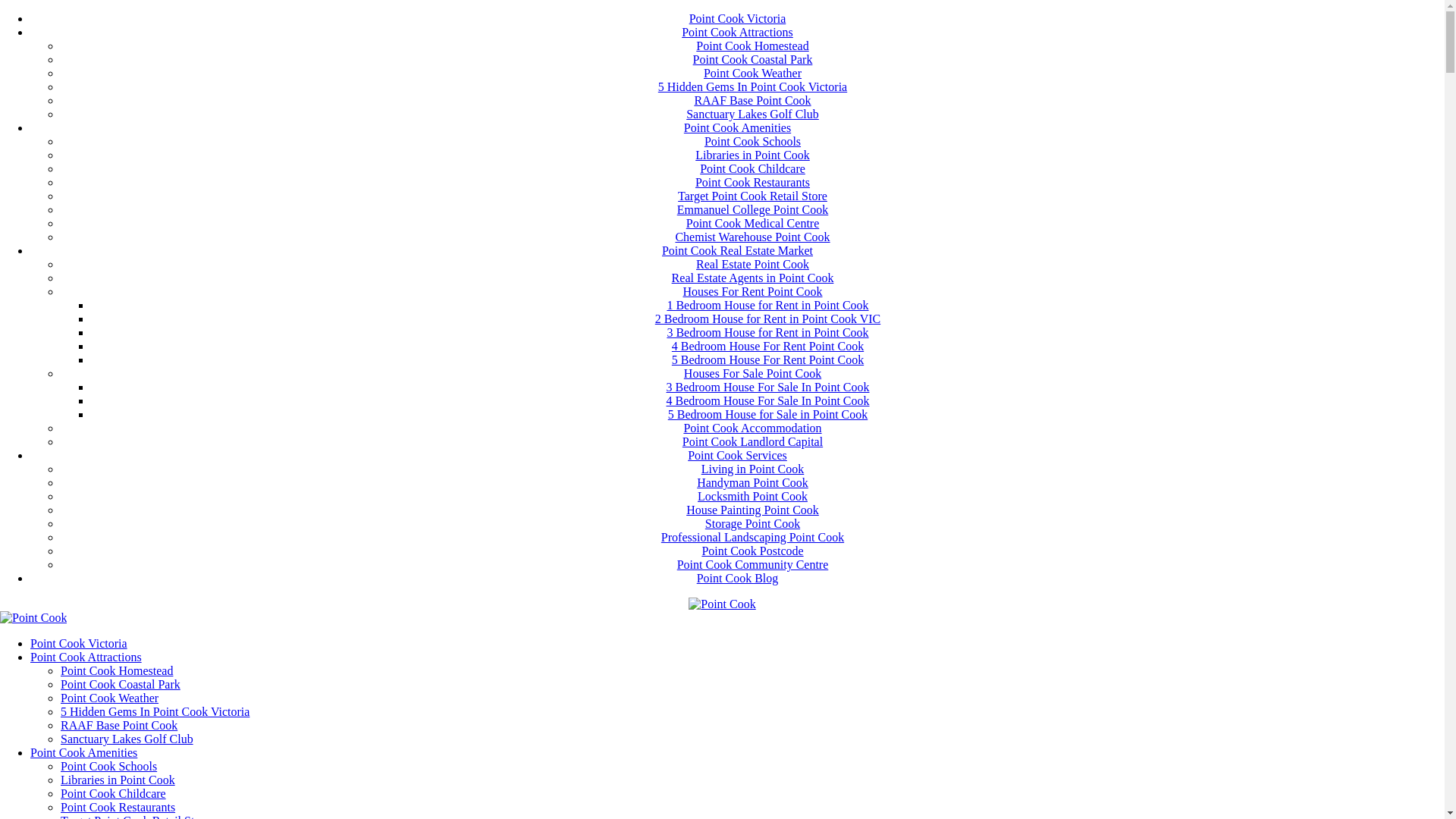 The width and height of the screenshot is (1456, 819). What do you see at coordinates (752, 168) in the screenshot?
I see `'Point Cook Childcare'` at bounding box center [752, 168].